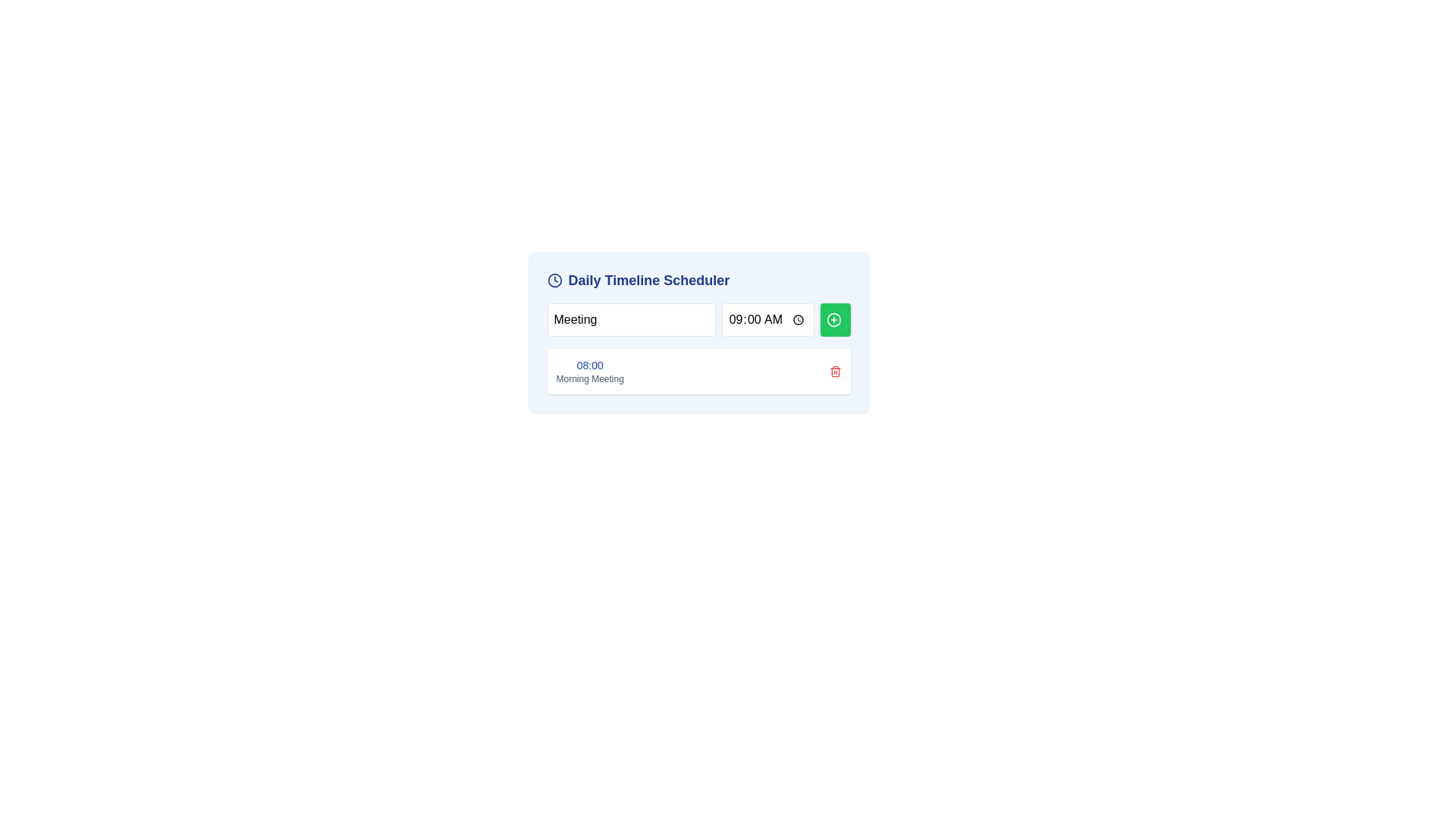 Image resolution: width=1456 pixels, height=819 pixels. I want to click on the delete button located at the right side of the meeting entry for 'Morning Meeting' scheduled at '08:00', so click(834, 371).